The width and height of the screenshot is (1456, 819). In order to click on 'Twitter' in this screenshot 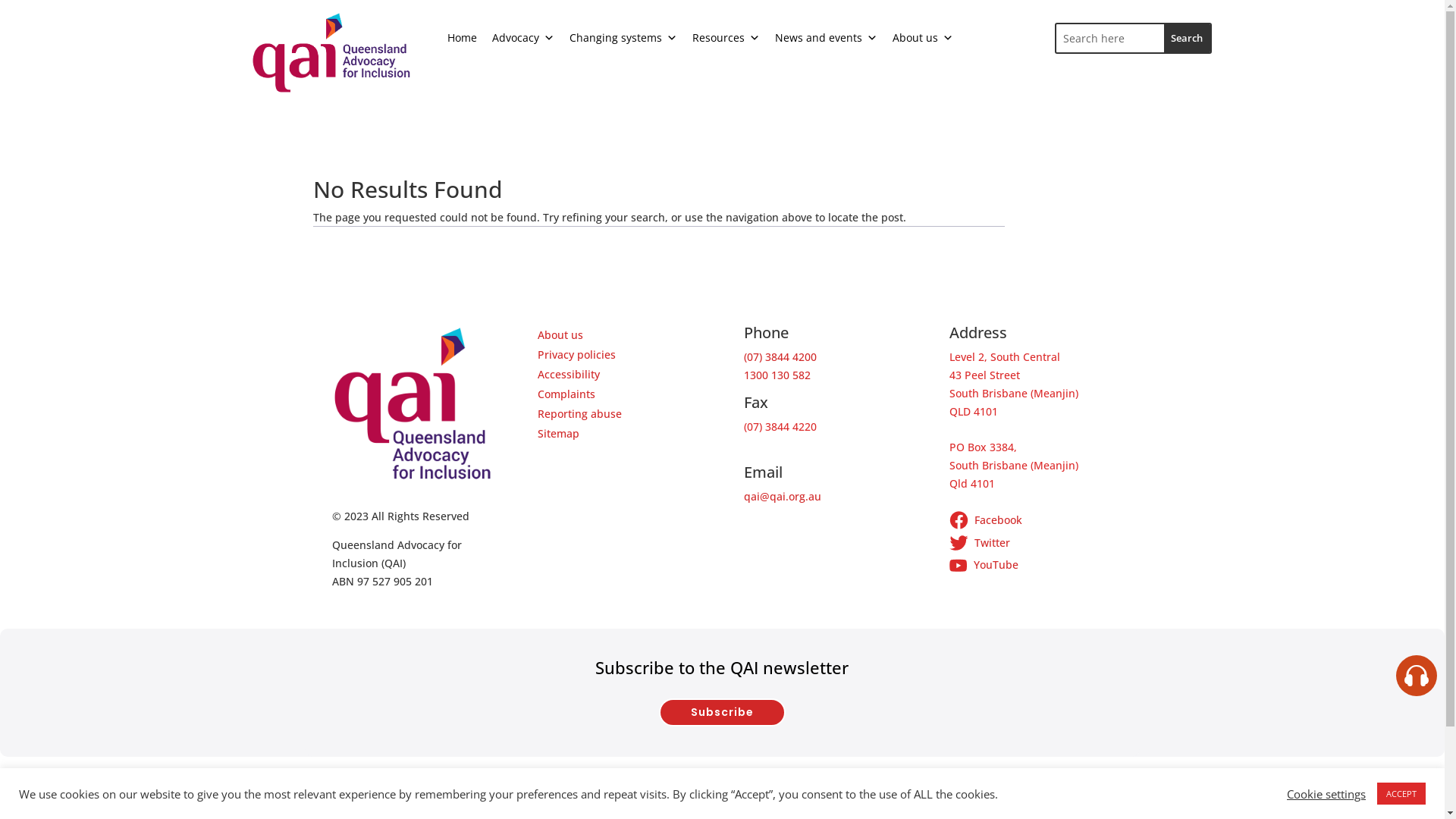, I will do `click(1031, 544)`.